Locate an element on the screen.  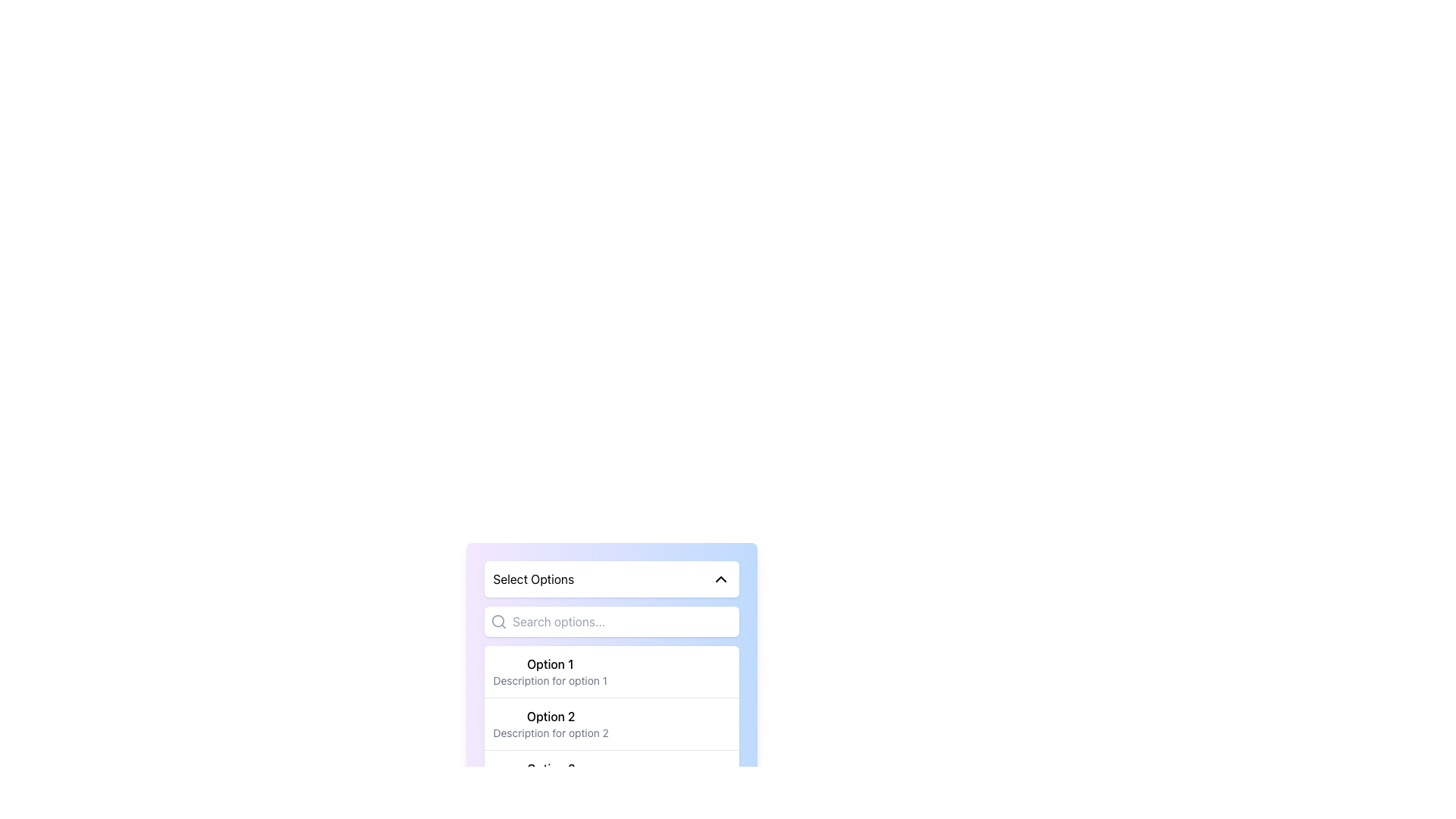
the static text element that reads 'Description for option 2,' which is located directly below the bold header 'Option 2' in the dropdown menu is located at coordinates (550, 733).